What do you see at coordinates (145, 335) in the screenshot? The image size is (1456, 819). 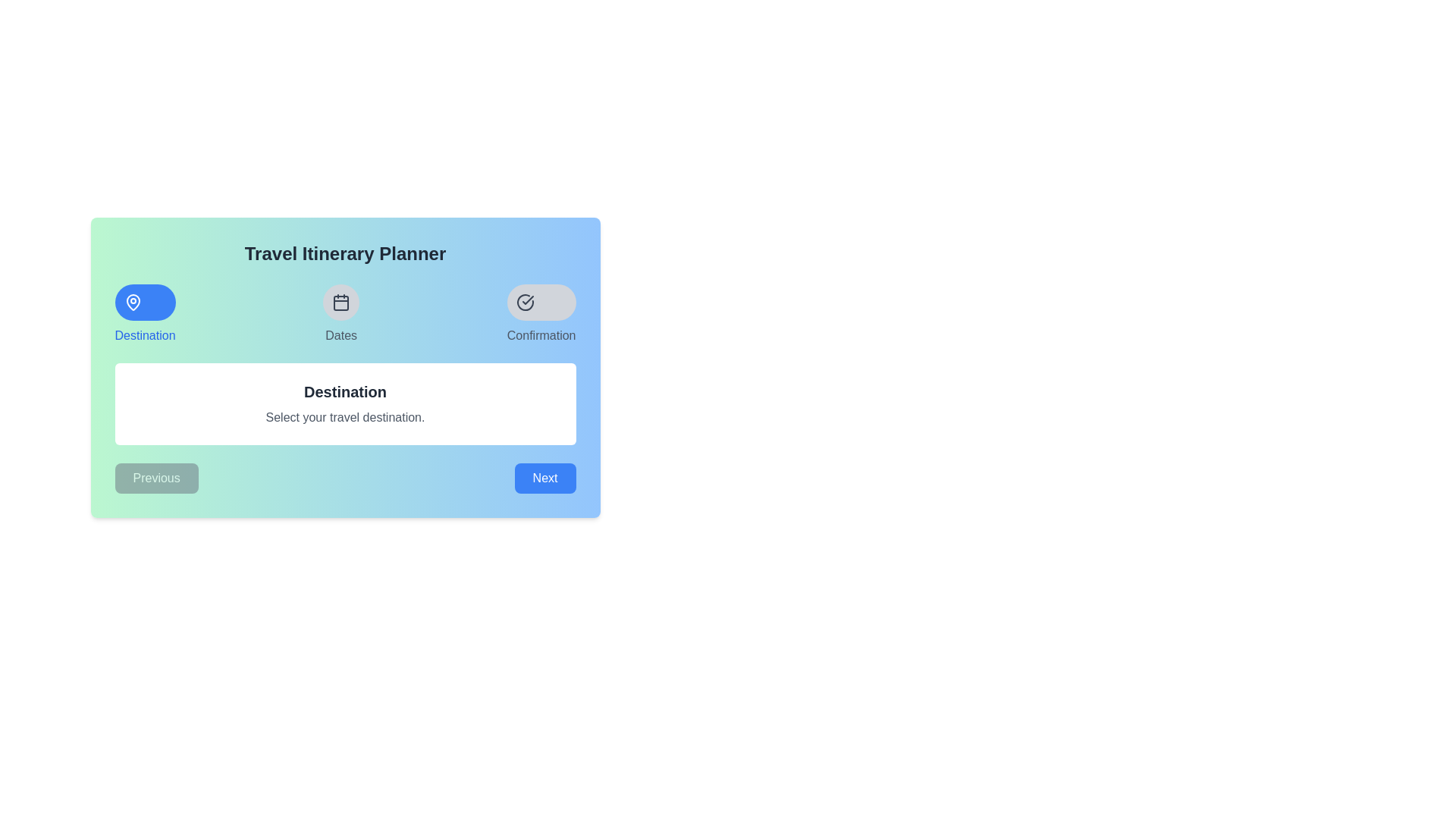 I see `the text label displaying 'Destination' in blue font, which is positioned below a blue circular map pin icon` at bounding box center [145, 335].